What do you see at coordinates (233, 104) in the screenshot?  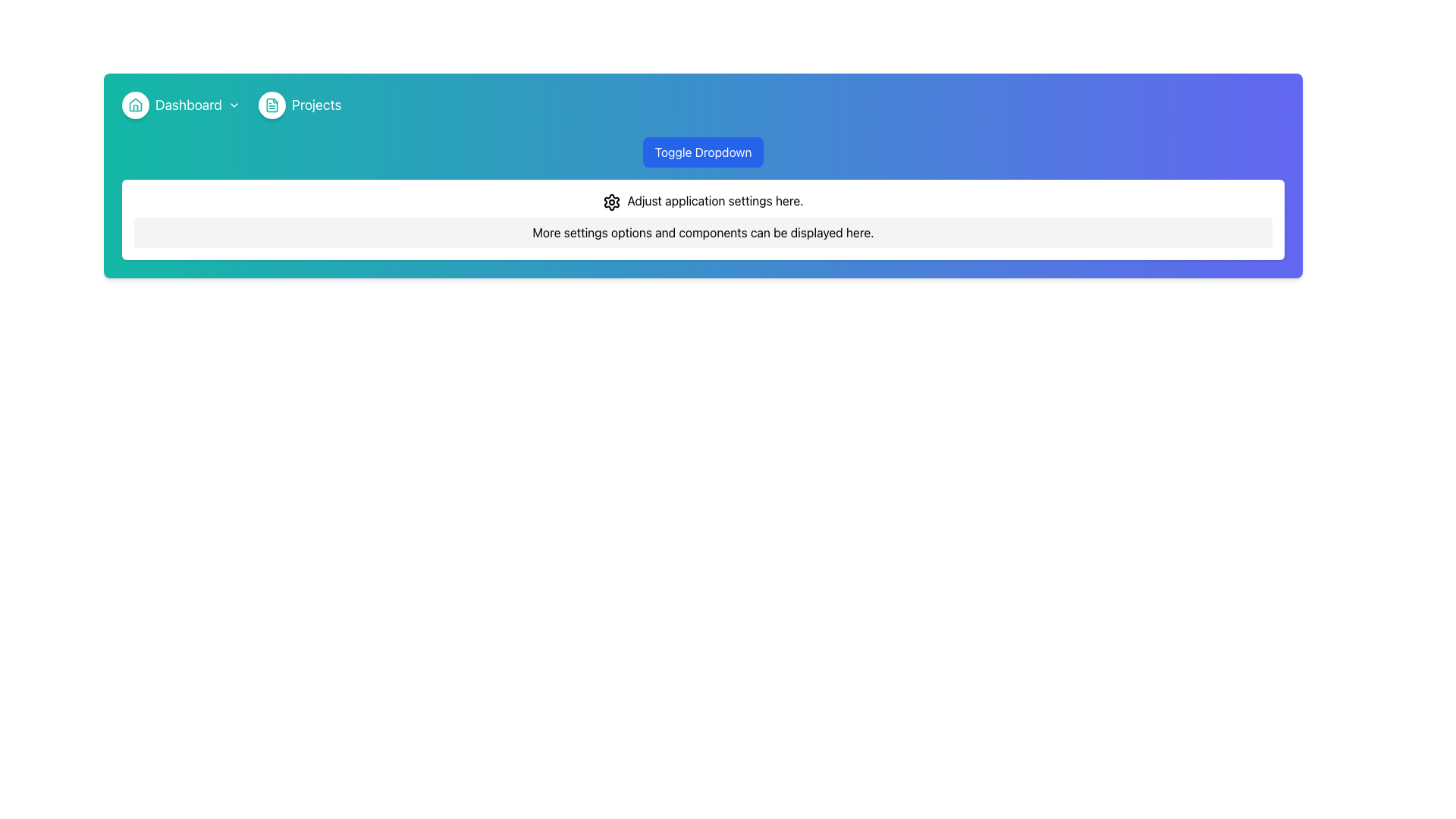 I see `the expandable content icon located to the right of the 'Dashboard' text` at bounding box center [233, 104].